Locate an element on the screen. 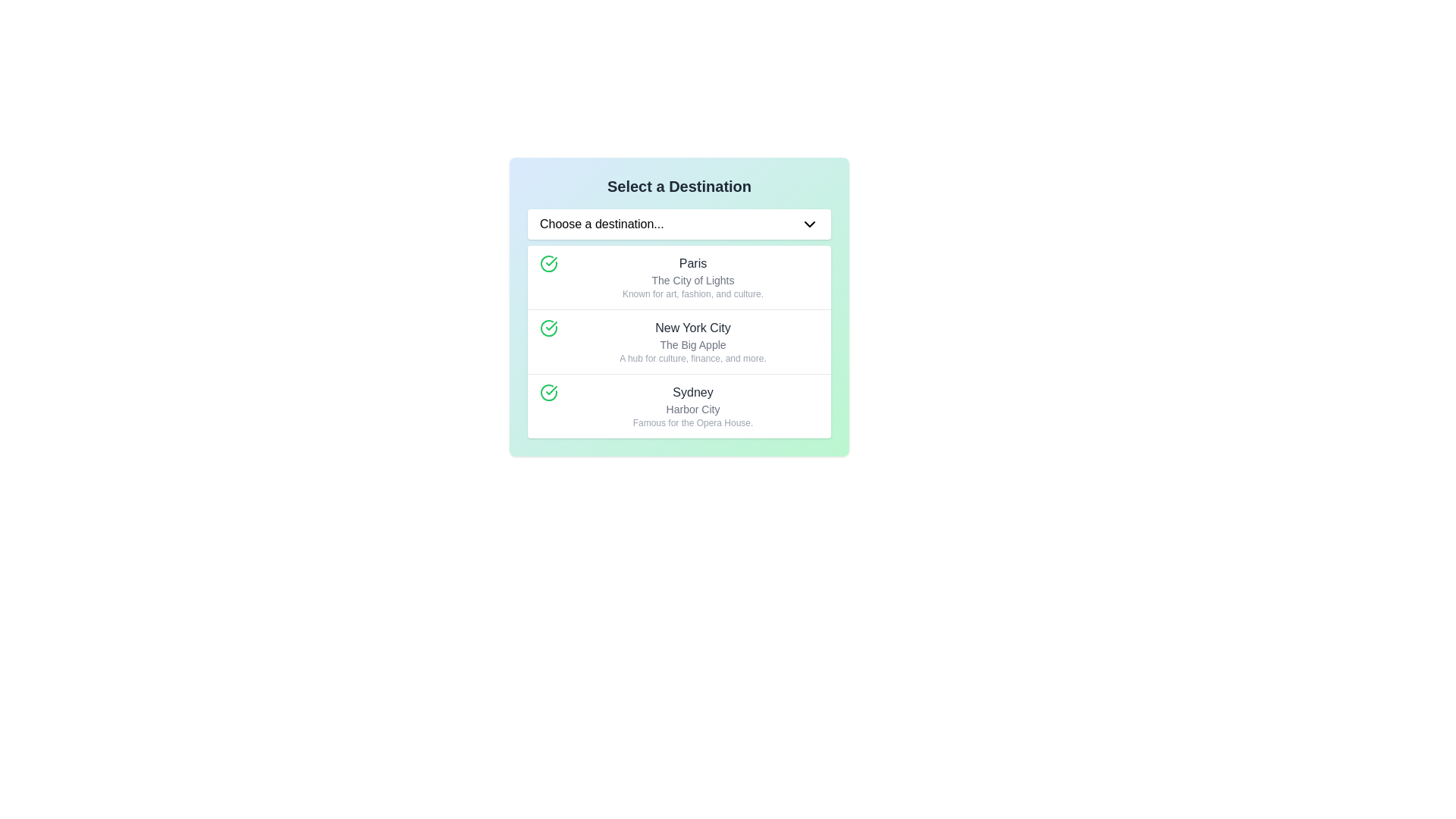 This screenshot has width=1456, height=819. the status of the green circle icon with a white checkmark, located to the left of 'New York City' in the 'Select a Destination' list is located at coordinates (548, 327).